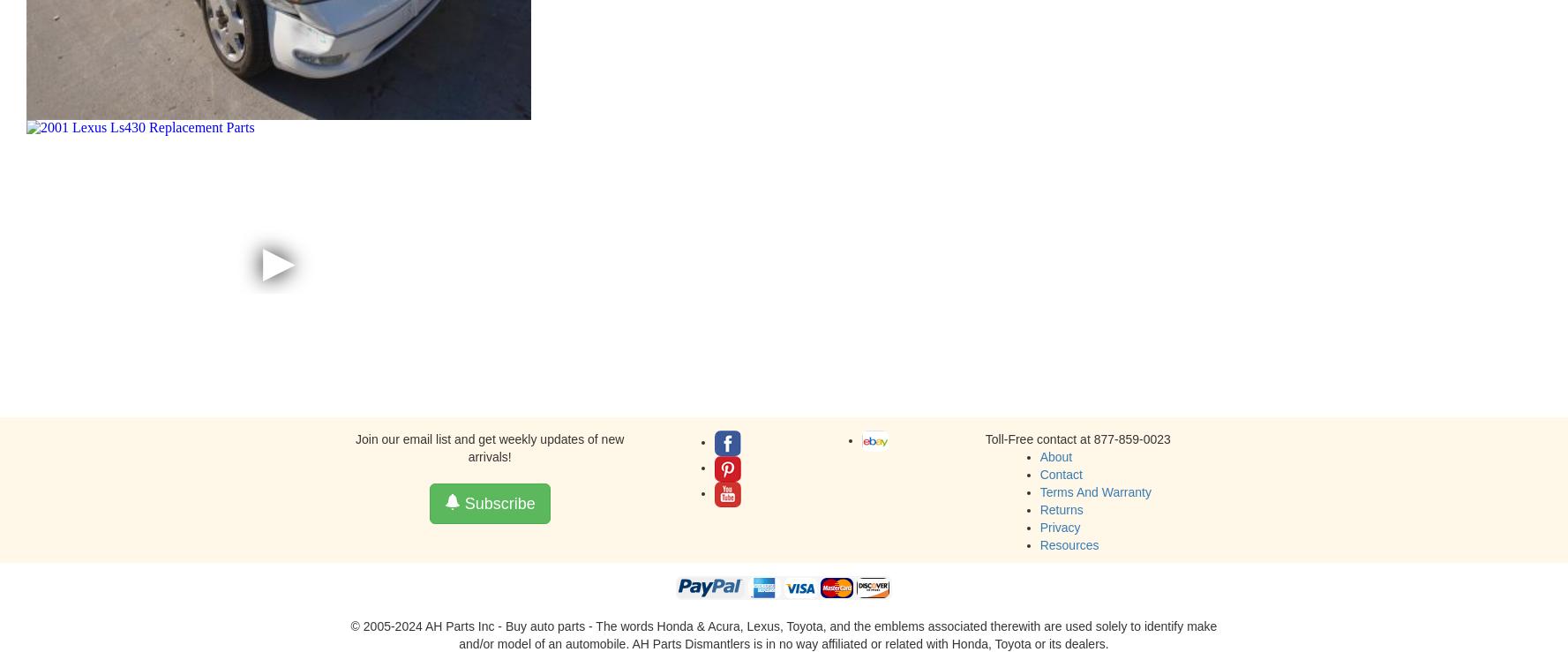 Image resolution: width=1568 pixels, height=652 pixels. Describe the element at coordinates (1061, 509) in the screenshot. I see `'Returns'` at that location.